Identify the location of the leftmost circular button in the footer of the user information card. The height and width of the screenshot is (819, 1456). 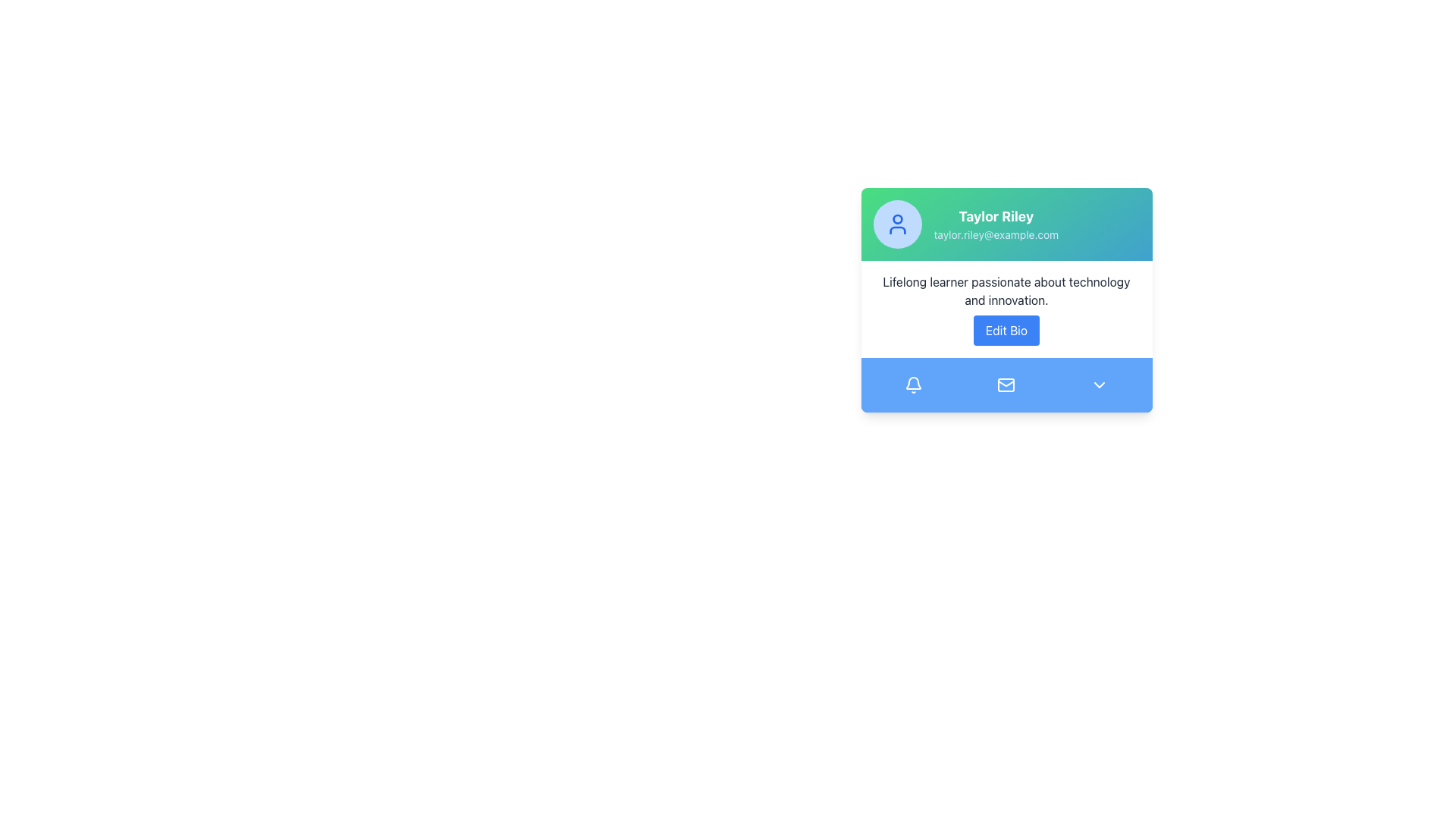
(912, 384).